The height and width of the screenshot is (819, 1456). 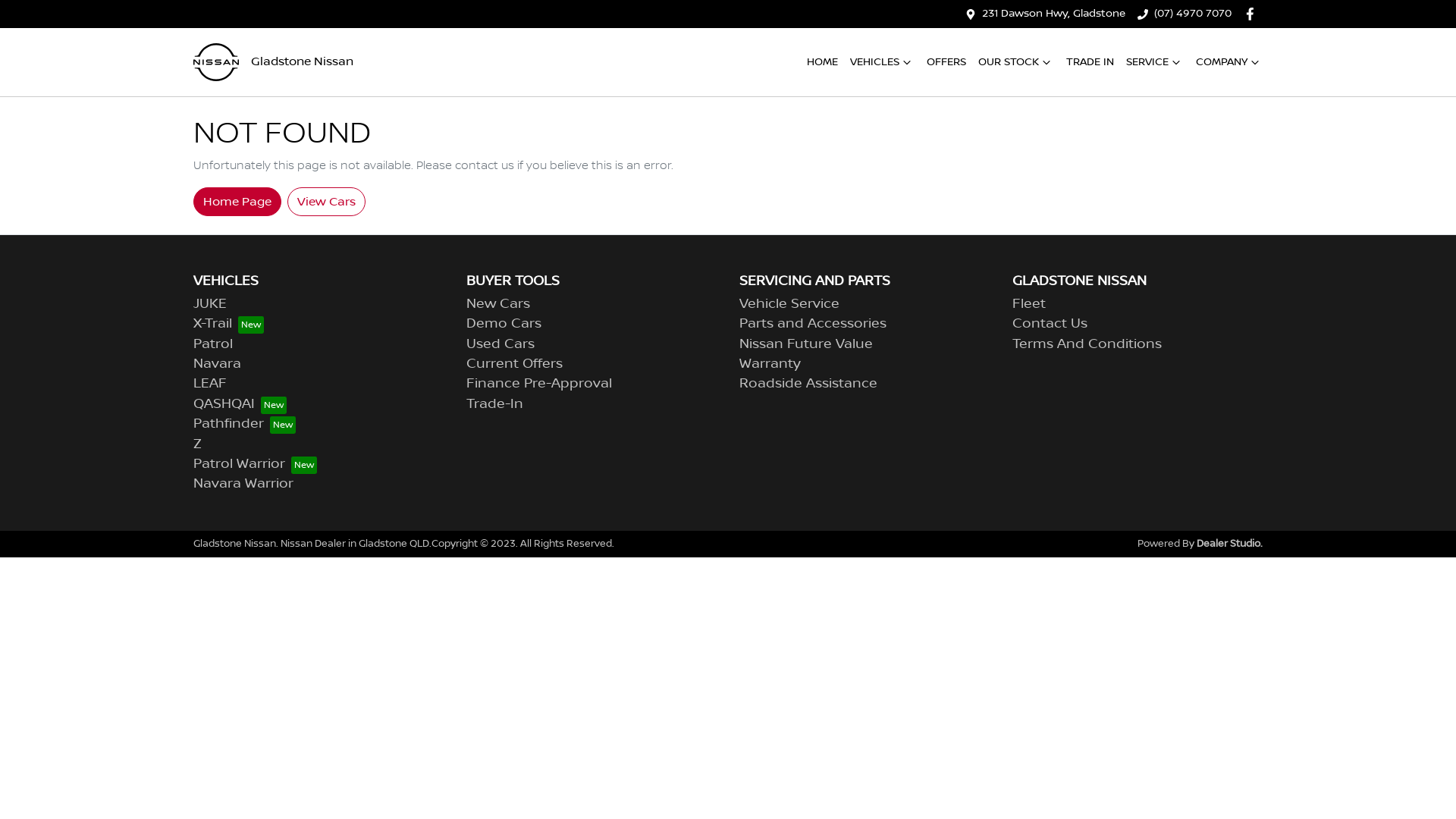 I want to click on 'Gladstone Nissan', so click(x=273, y=61).